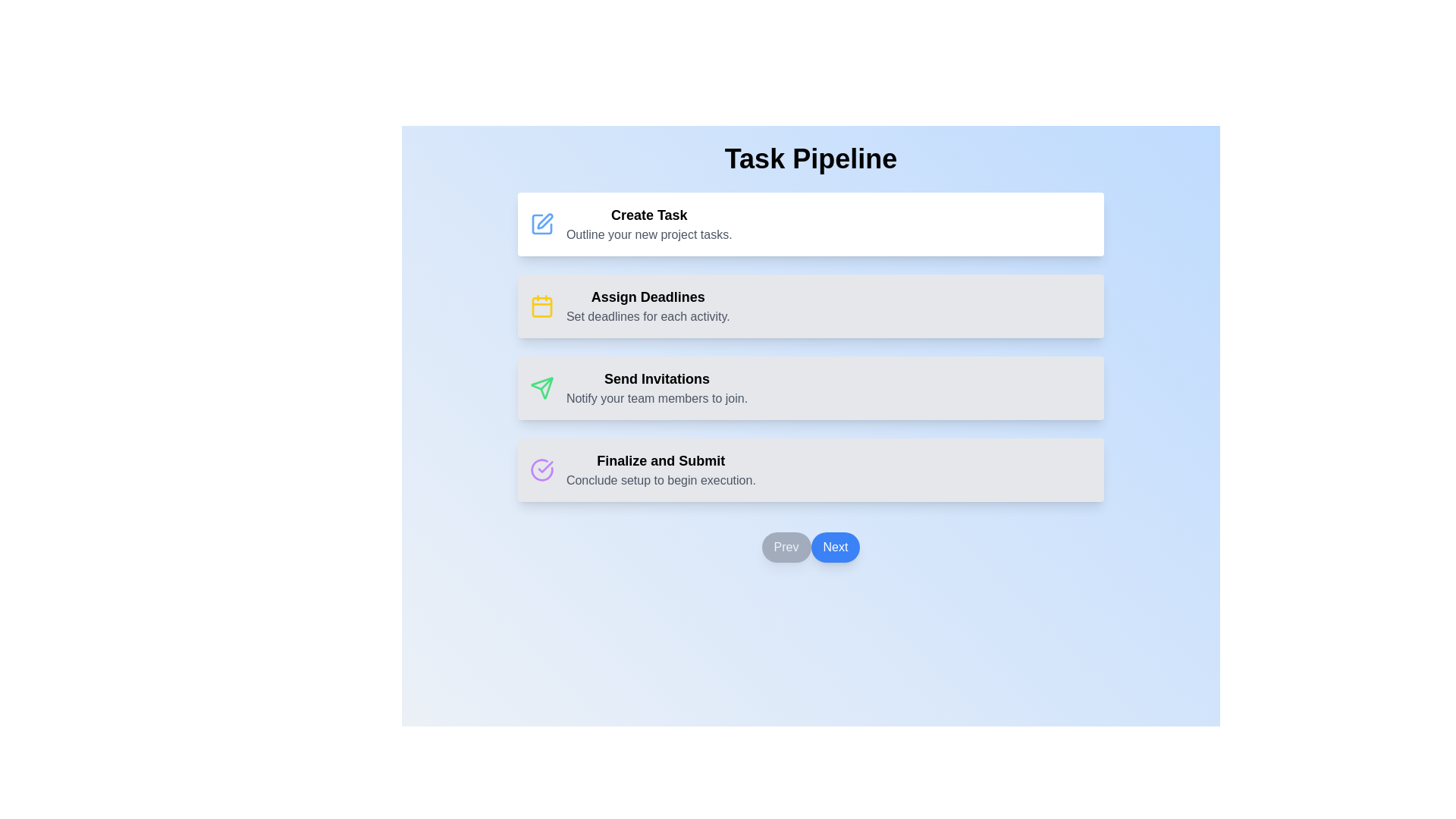 The image size is (1456, 819). I want to click on the informative text label located below the 'Assign Deadlines' heading in the second panel of the 'Task Pipeline' list, so click(648, 315).